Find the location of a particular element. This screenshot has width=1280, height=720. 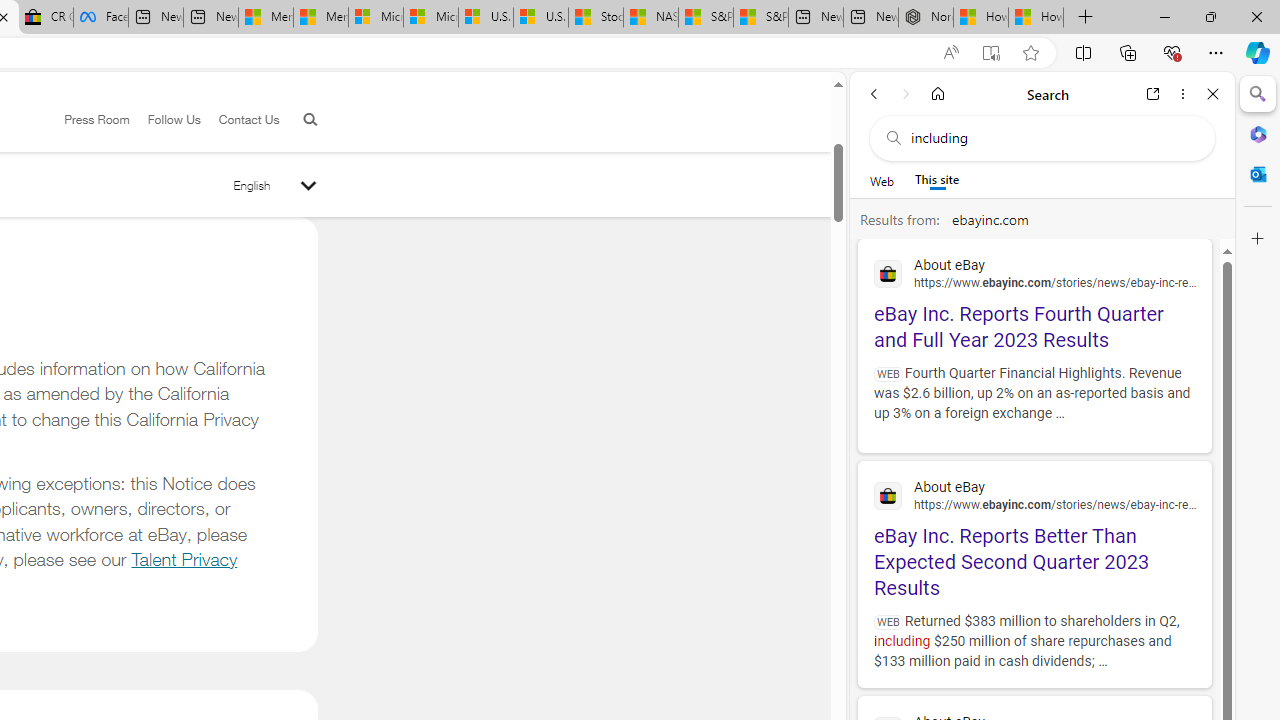

'This site scope' is located at coordinates (936, 180).